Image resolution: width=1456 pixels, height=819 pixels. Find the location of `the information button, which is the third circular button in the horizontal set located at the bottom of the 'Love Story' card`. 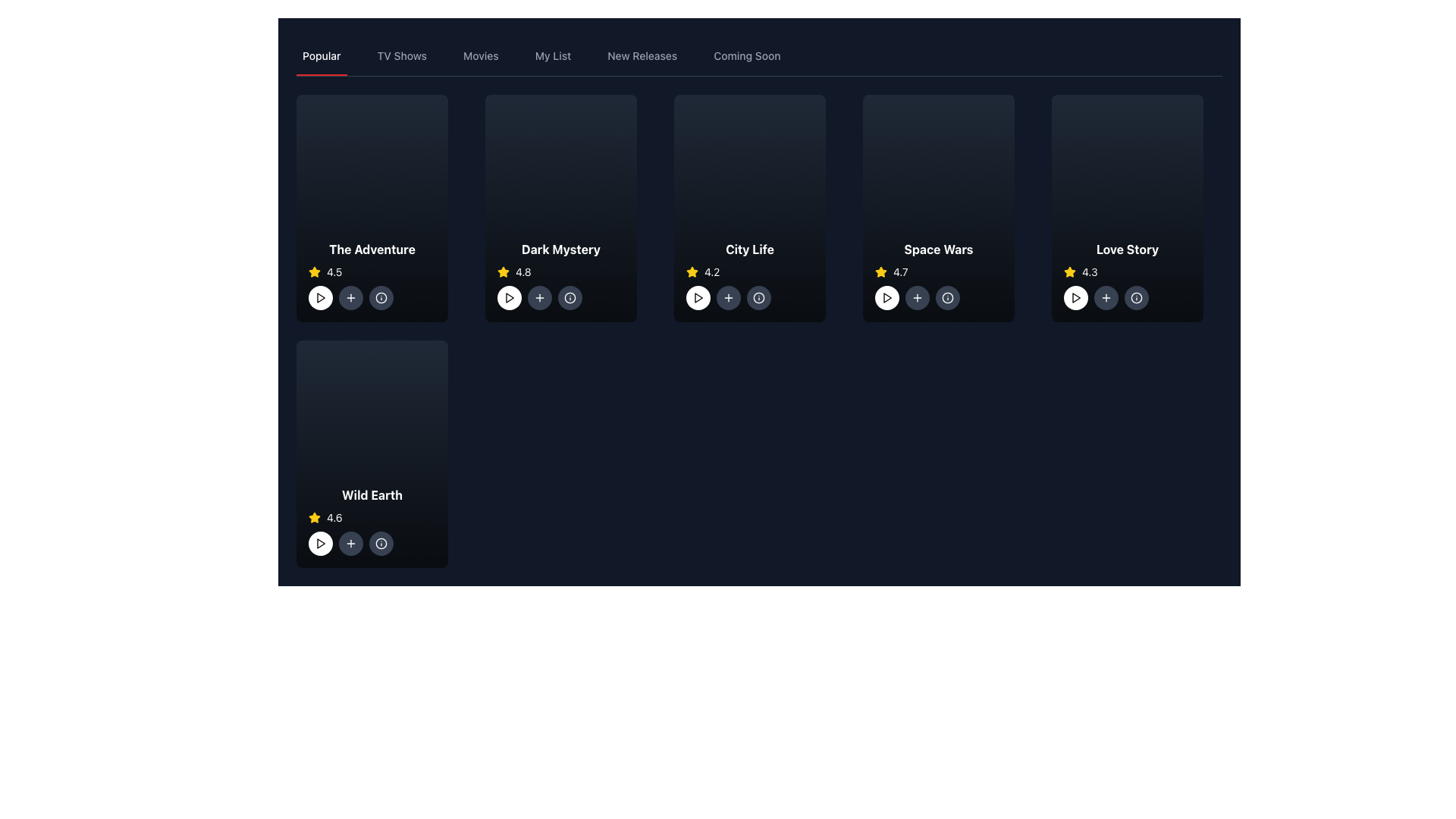

the information button, which is the third circular button in the horizontal set located at the bottom of the 'Love Story' card is located at coordinates (1128, 298).